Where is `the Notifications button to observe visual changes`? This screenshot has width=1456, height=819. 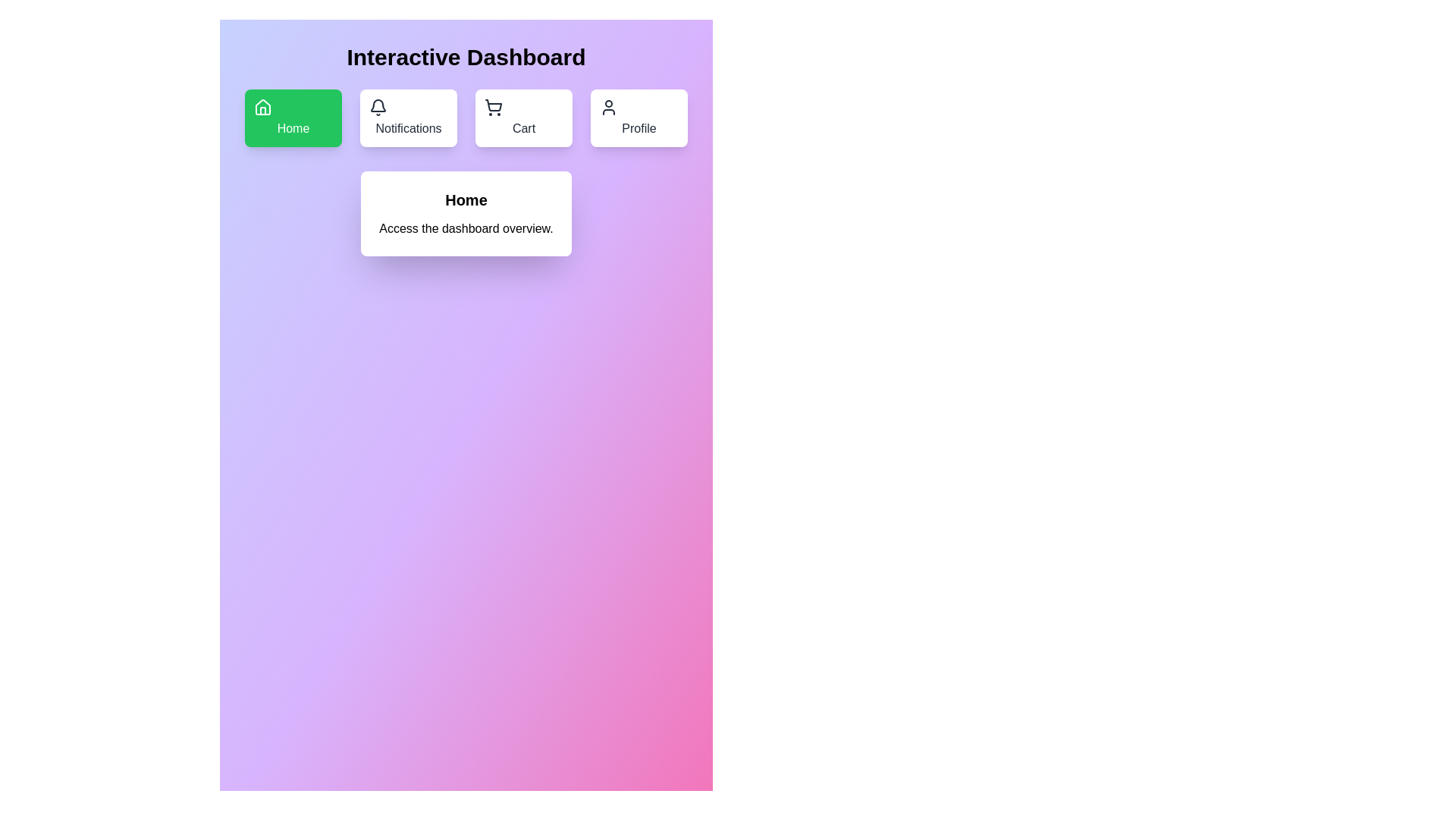 the Notifications button to observe visual changes is located at coordinates (408, 117).